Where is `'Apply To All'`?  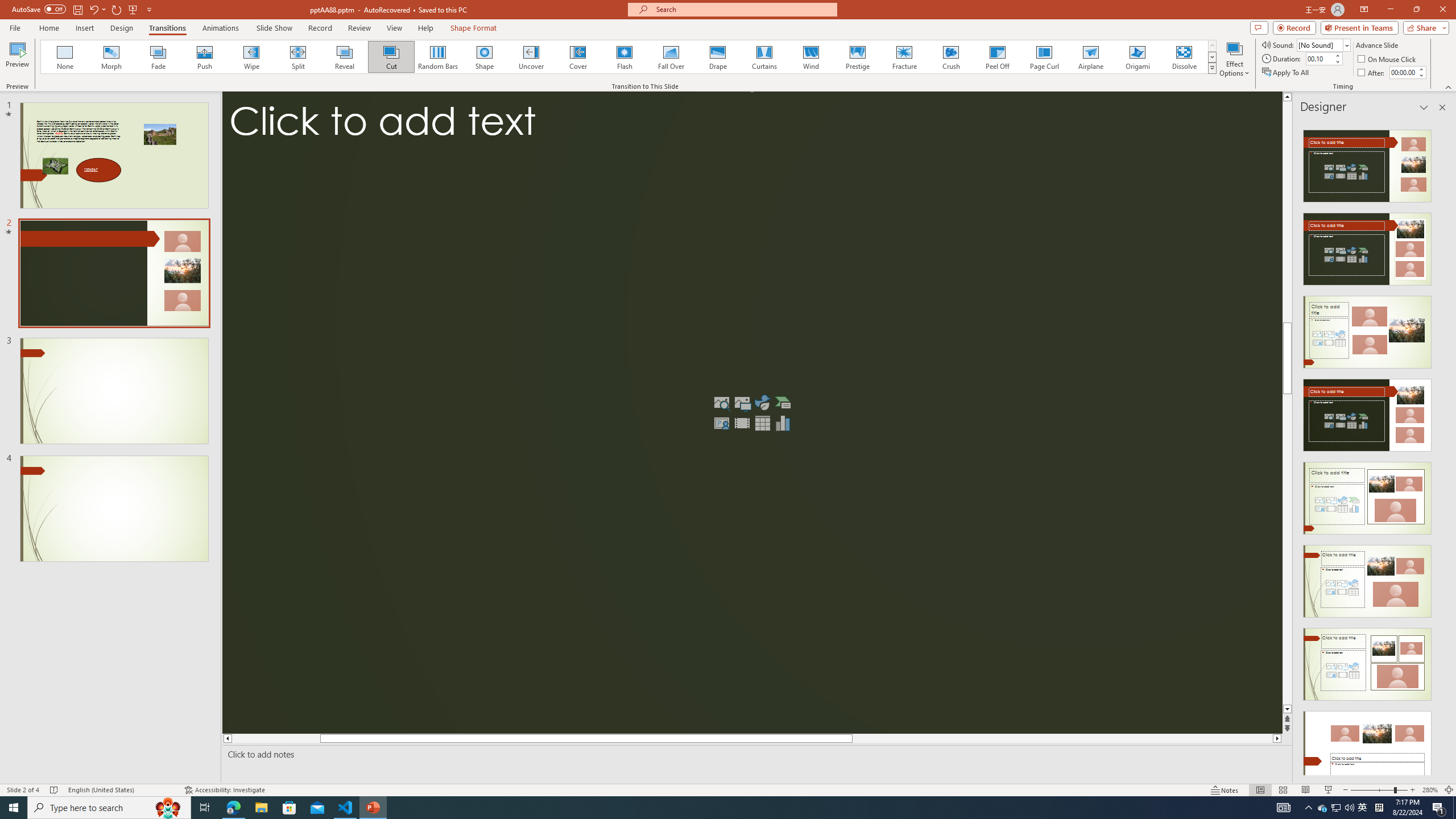 'Apply To All' is located at coordinates (1287, 72).